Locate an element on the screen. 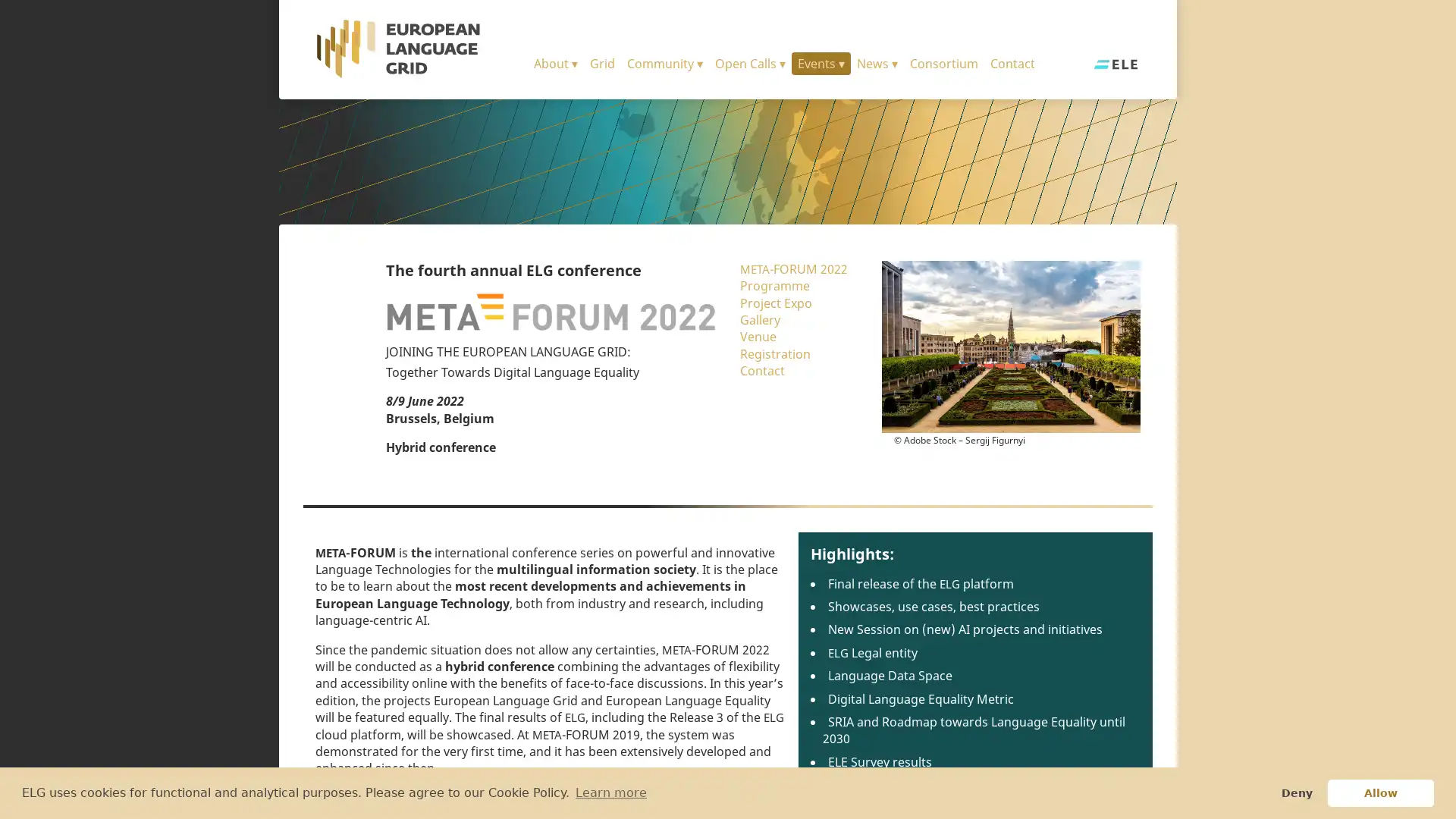  allow cookies is located at coordinates (1380, 792).